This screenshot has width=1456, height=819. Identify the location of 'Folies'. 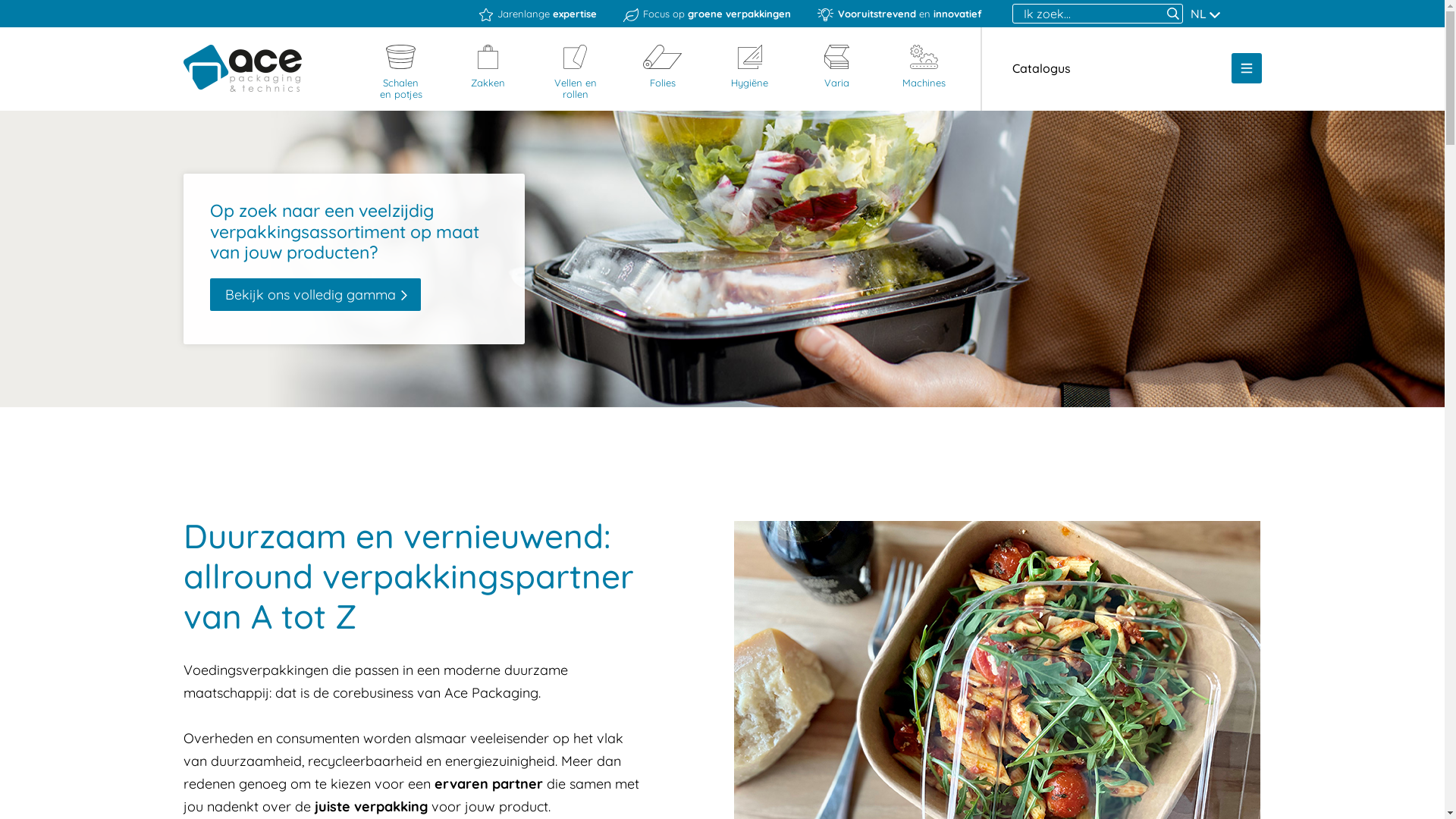
(662, 66).